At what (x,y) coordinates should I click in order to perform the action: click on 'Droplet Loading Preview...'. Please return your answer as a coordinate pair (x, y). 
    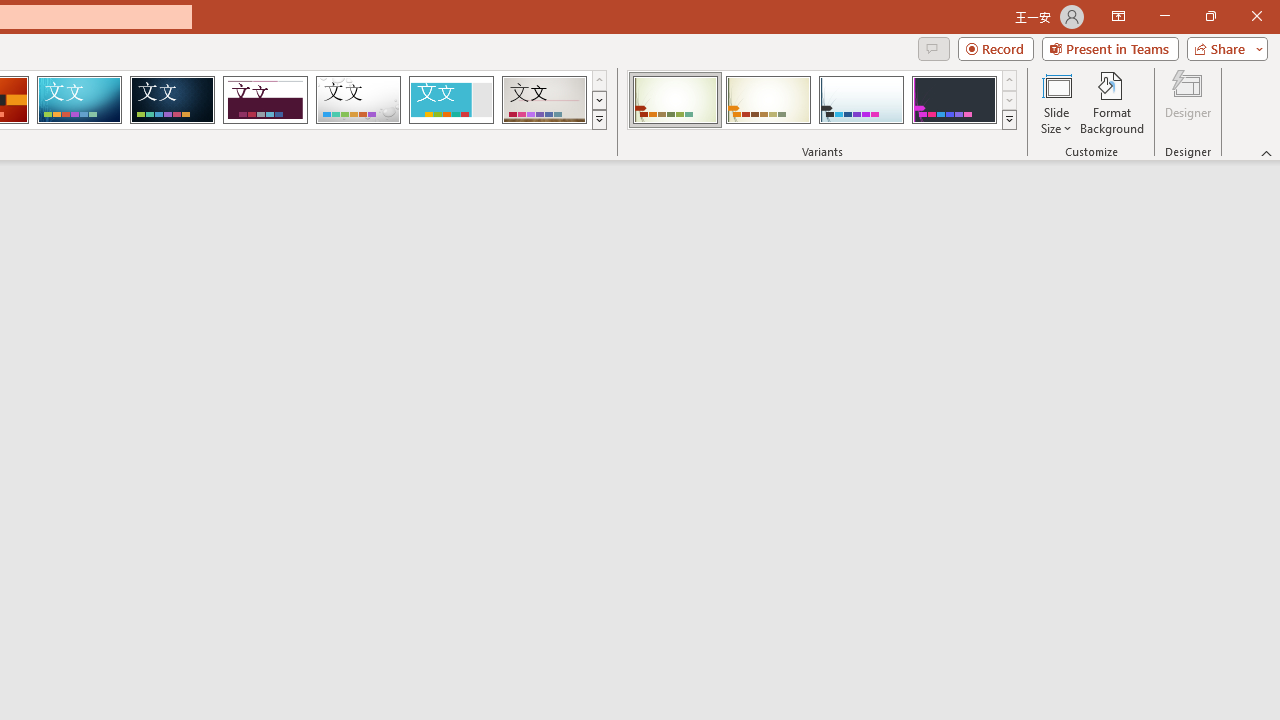
    Looking at the image, I should click on (358, 100).